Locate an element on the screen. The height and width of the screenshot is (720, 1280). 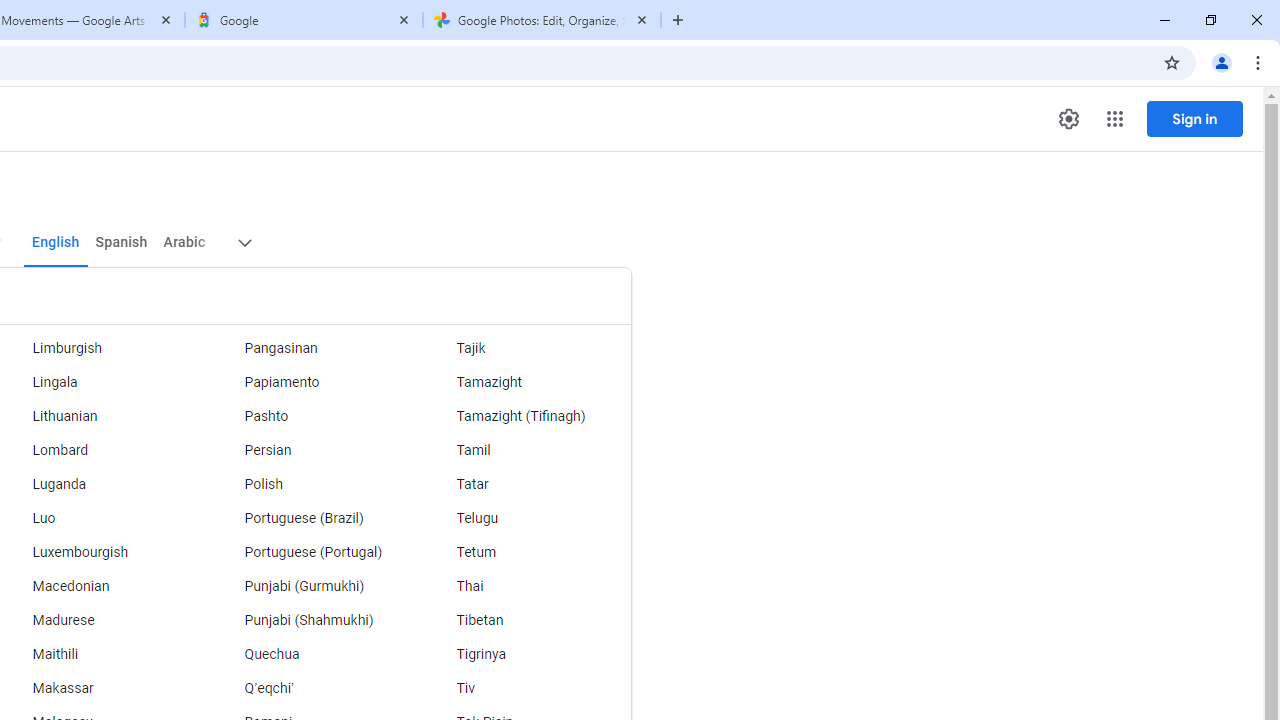
'Papiamento' is located at coordinates (311, 383).